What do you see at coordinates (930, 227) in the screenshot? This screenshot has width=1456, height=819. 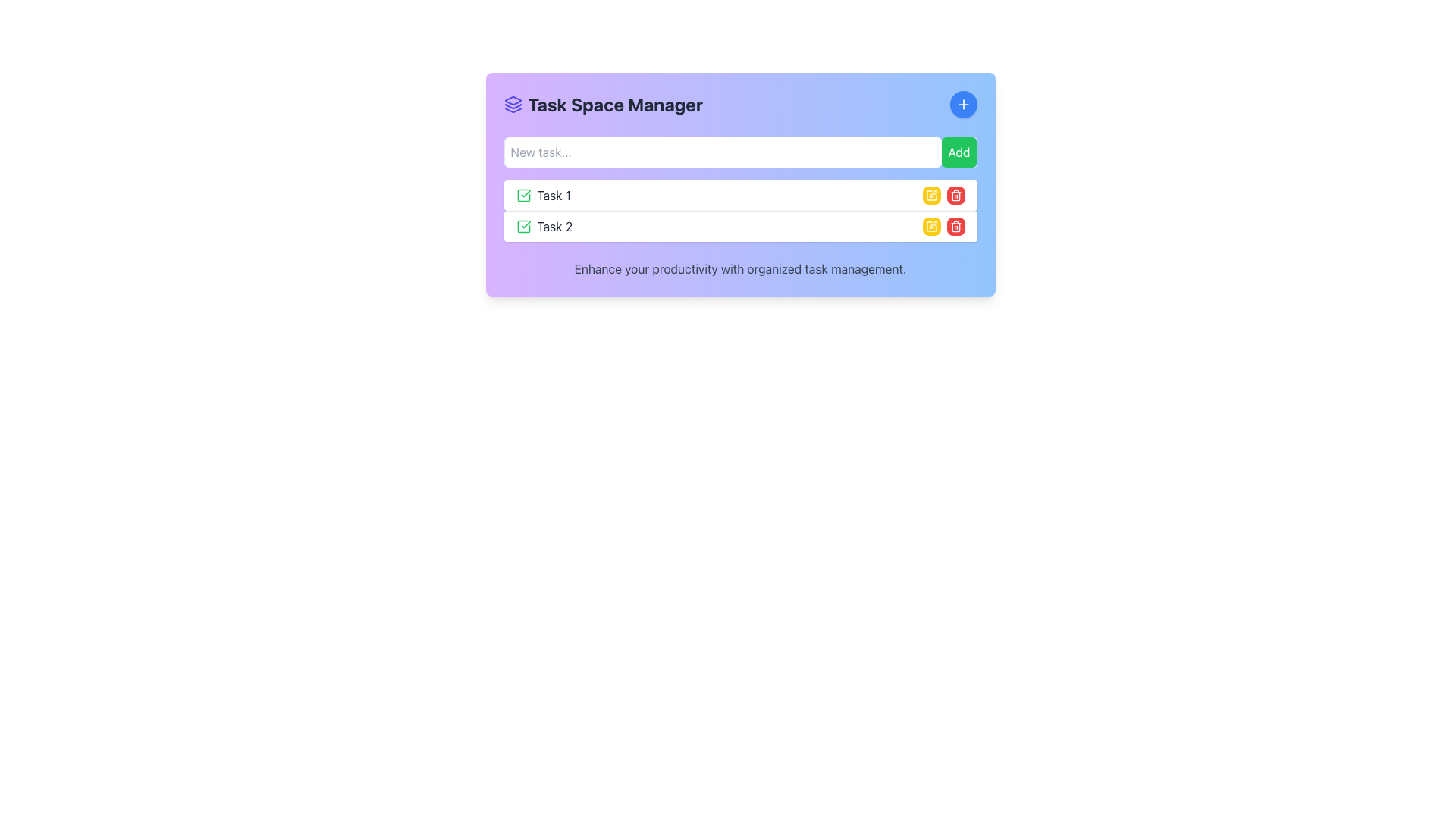 I see `the small rectangular button with a yellow background and a pen icon` at bounding box center [930, 227].